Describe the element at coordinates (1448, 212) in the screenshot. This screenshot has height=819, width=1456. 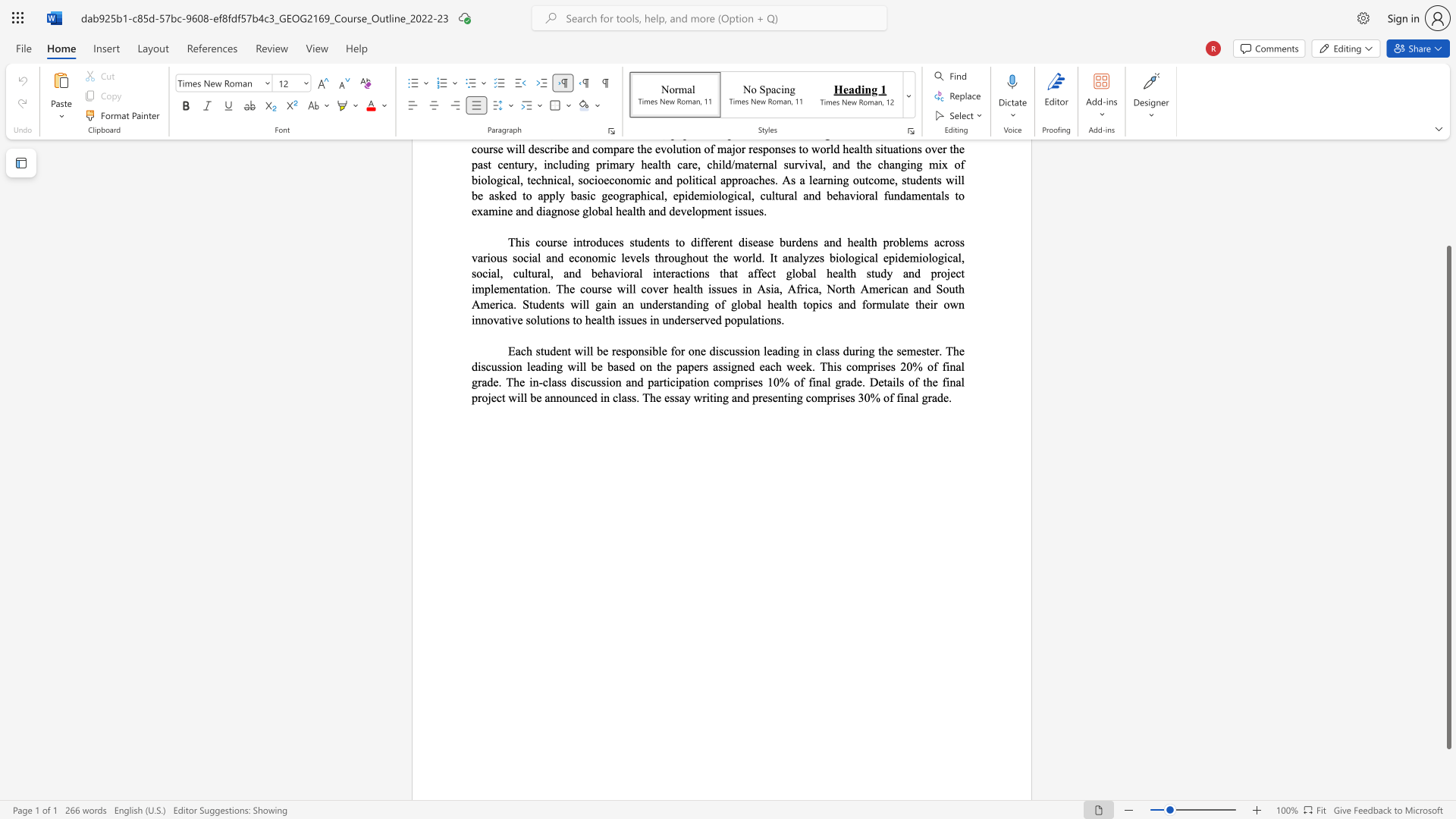
I see `the scrollbar on the right` at that location.